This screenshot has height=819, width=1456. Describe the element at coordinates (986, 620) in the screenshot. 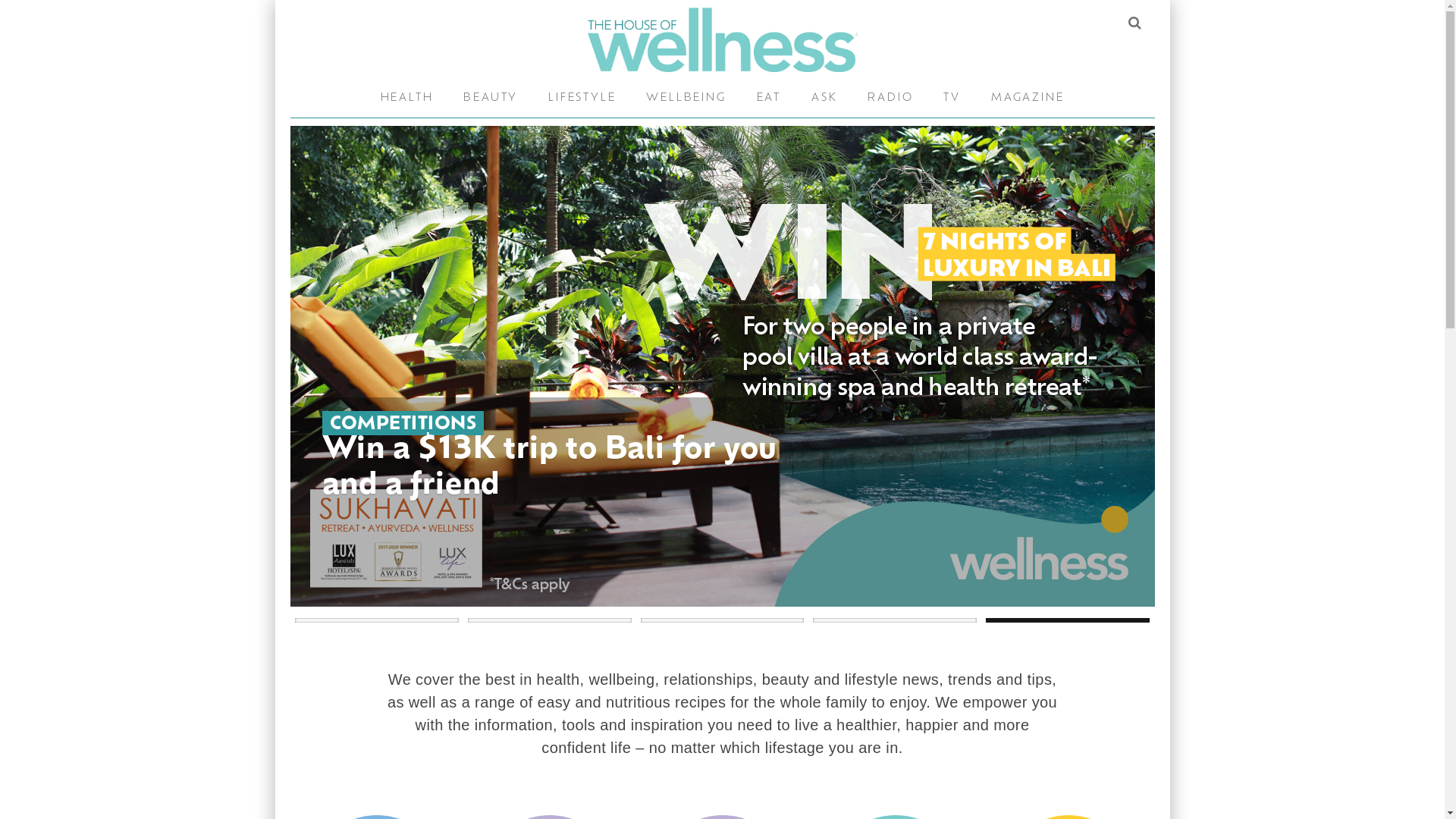

I see `'5'` at that location.